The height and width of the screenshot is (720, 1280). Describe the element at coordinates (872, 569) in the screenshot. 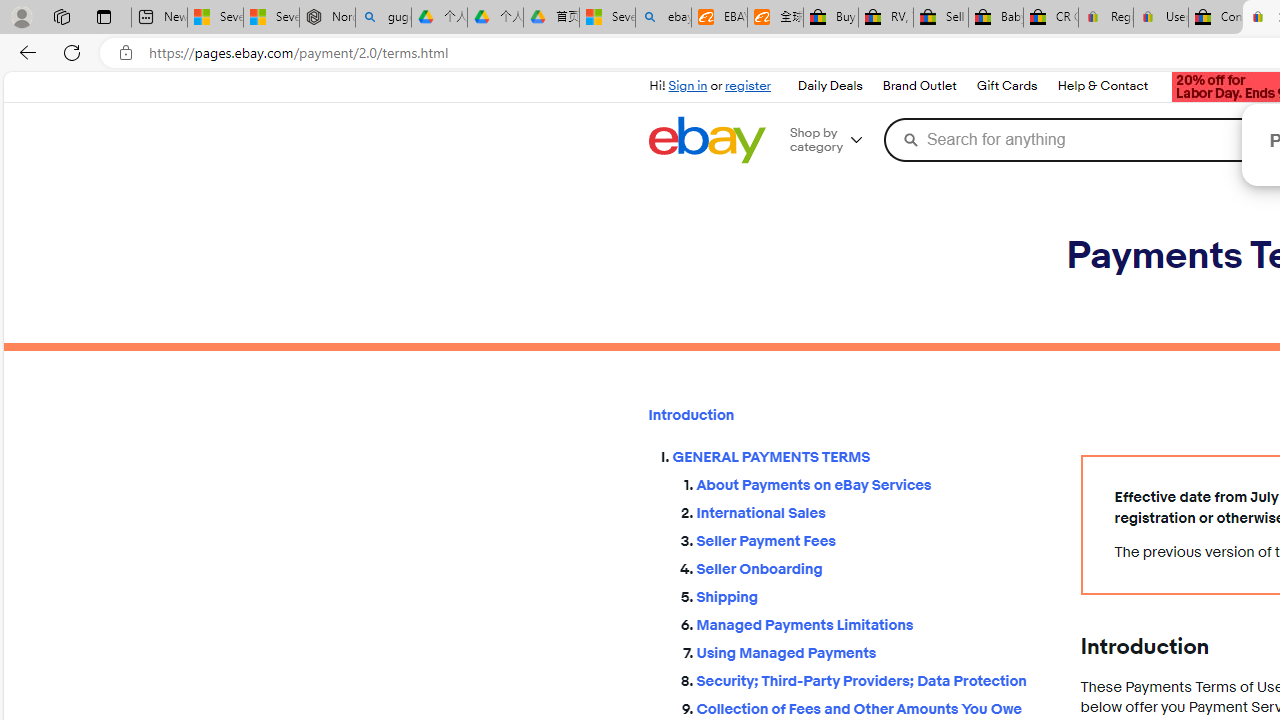

I see `'Seller Onboarding'` at that location.